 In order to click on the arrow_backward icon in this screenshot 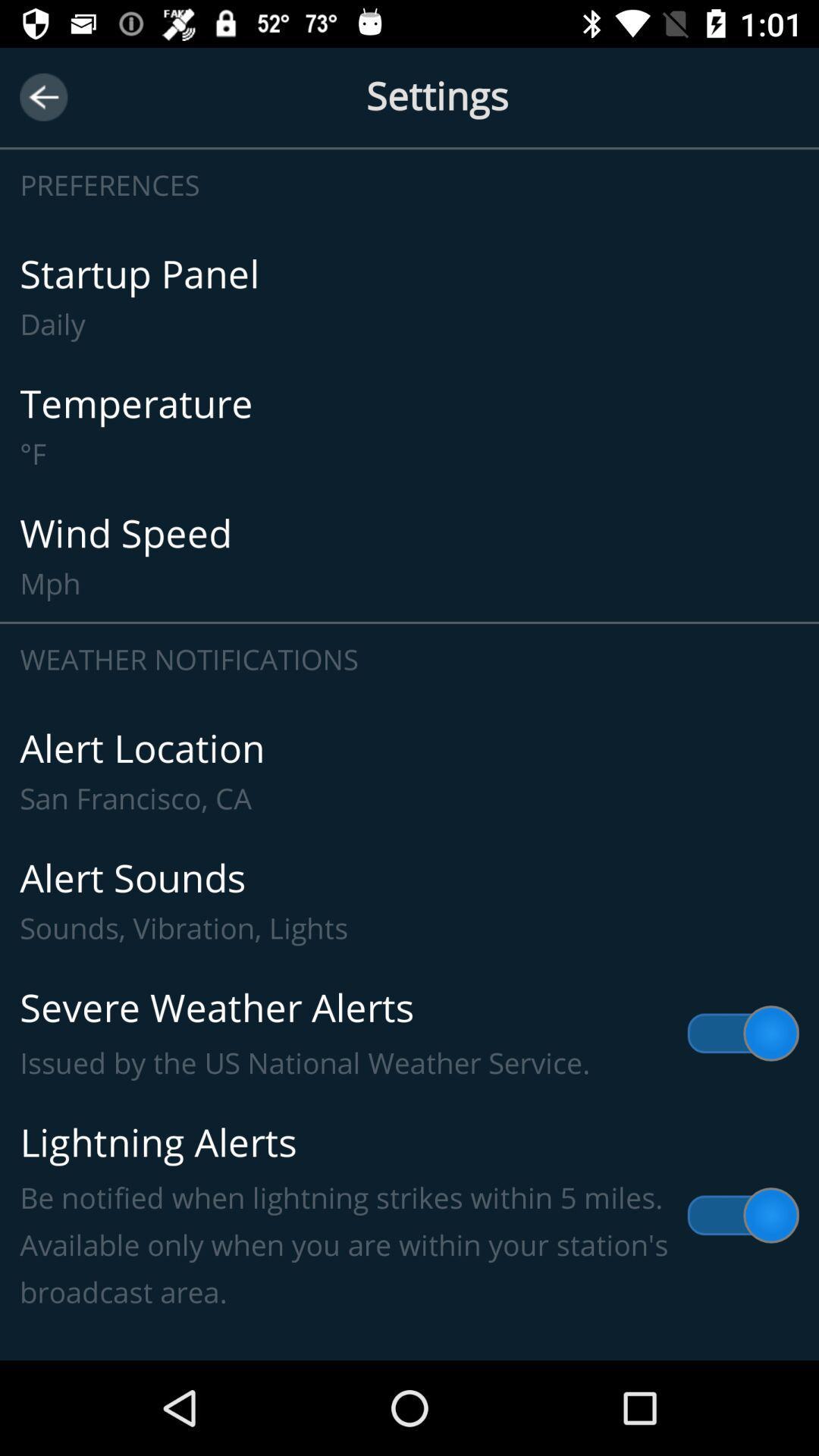, I will do `click(42, 96)`.